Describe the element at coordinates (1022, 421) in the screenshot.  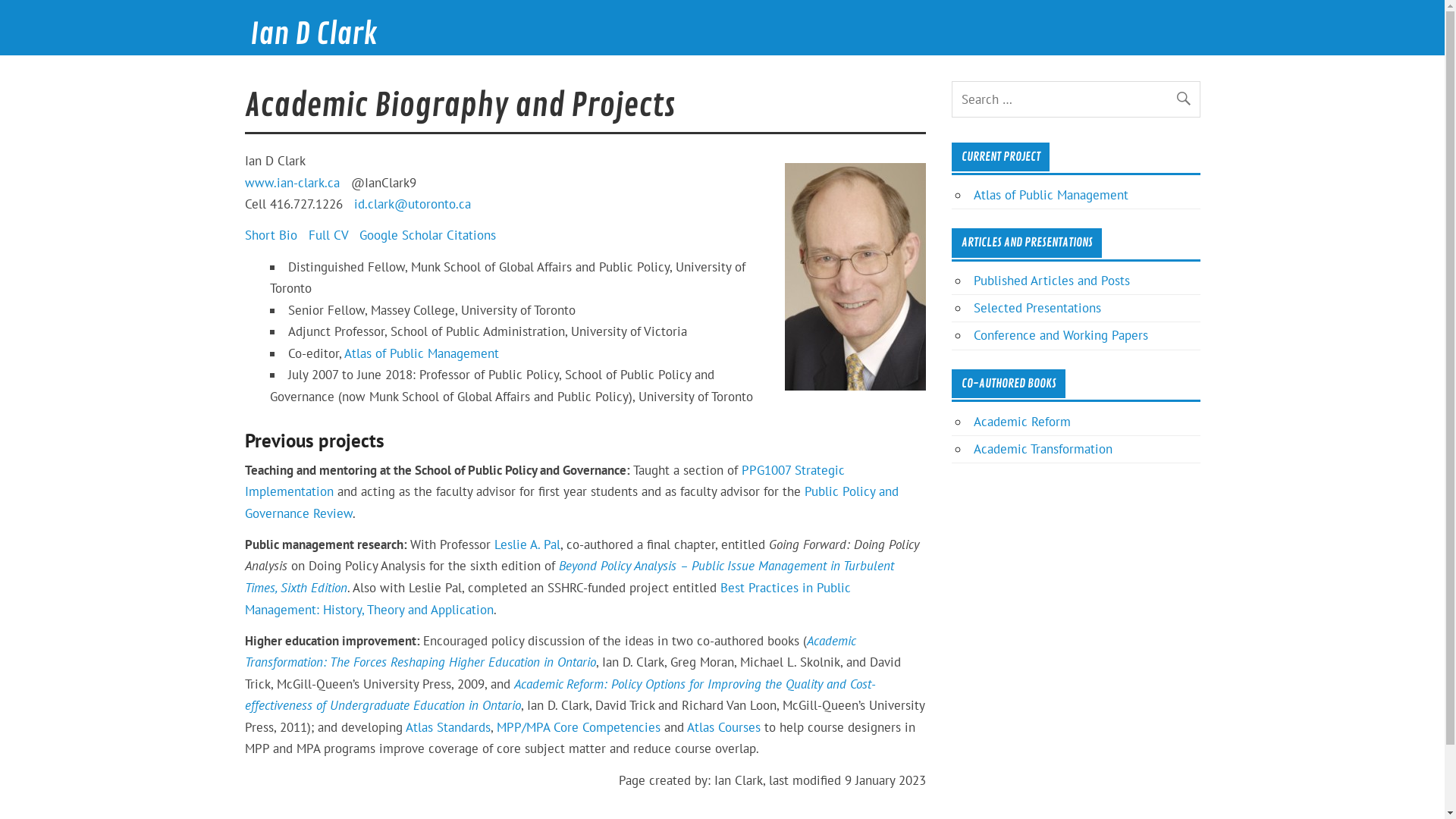
I see `'Academic Reform'` at that location.